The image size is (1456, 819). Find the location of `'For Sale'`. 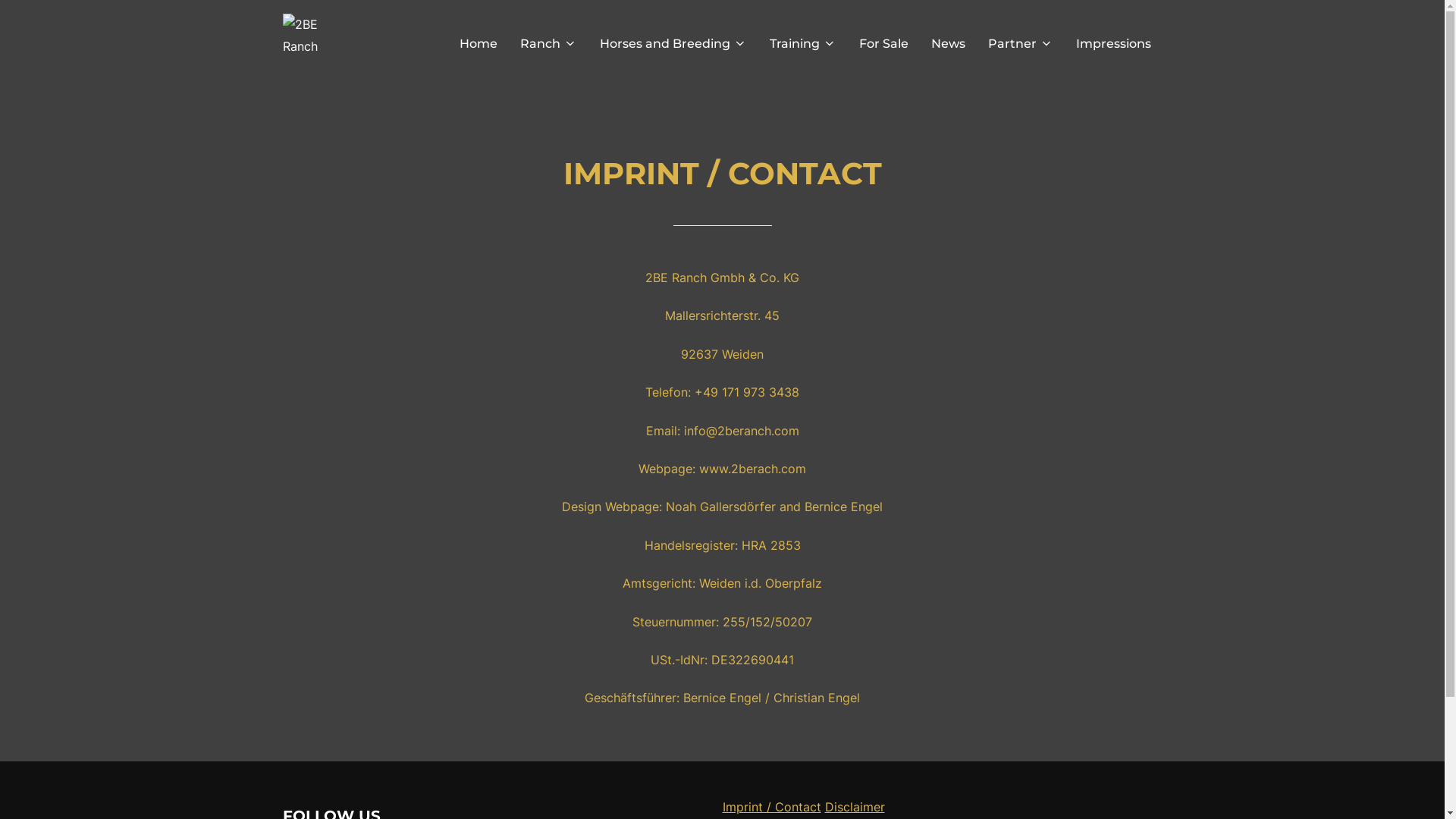

'For Sale' is located at coordinates (883, 42).